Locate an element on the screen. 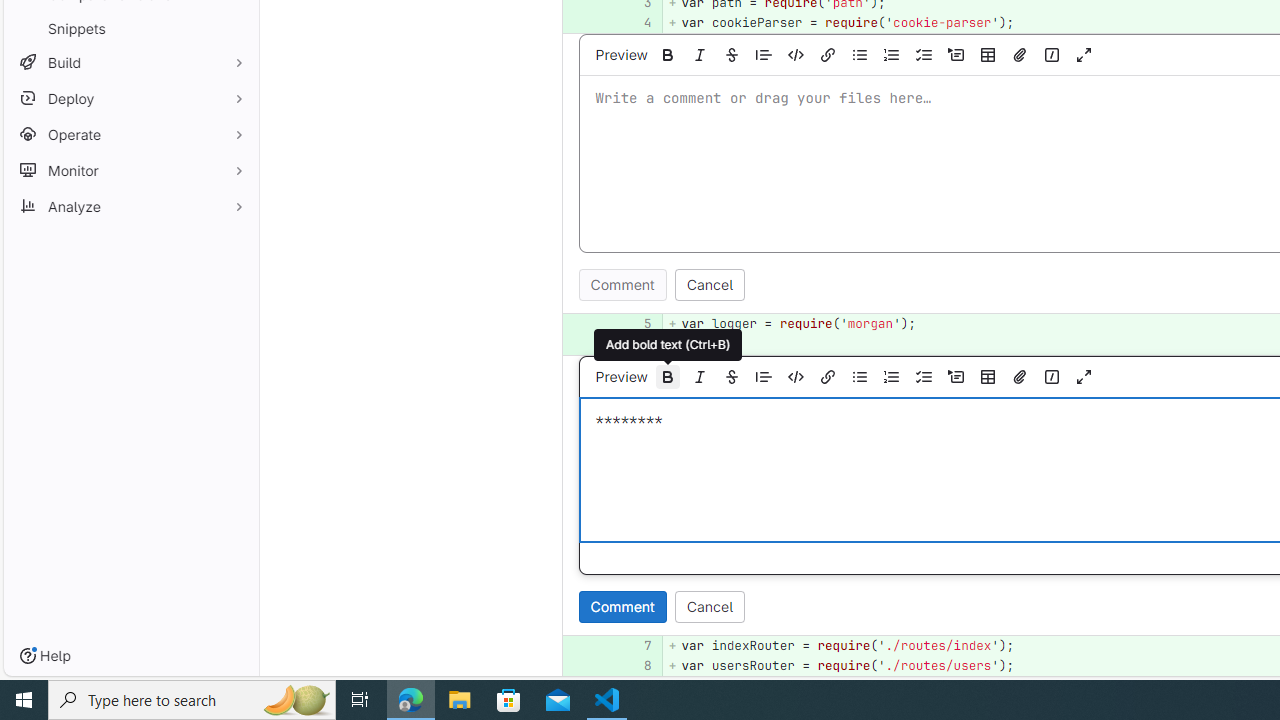  'Build' is located at coordinates (130, 61).